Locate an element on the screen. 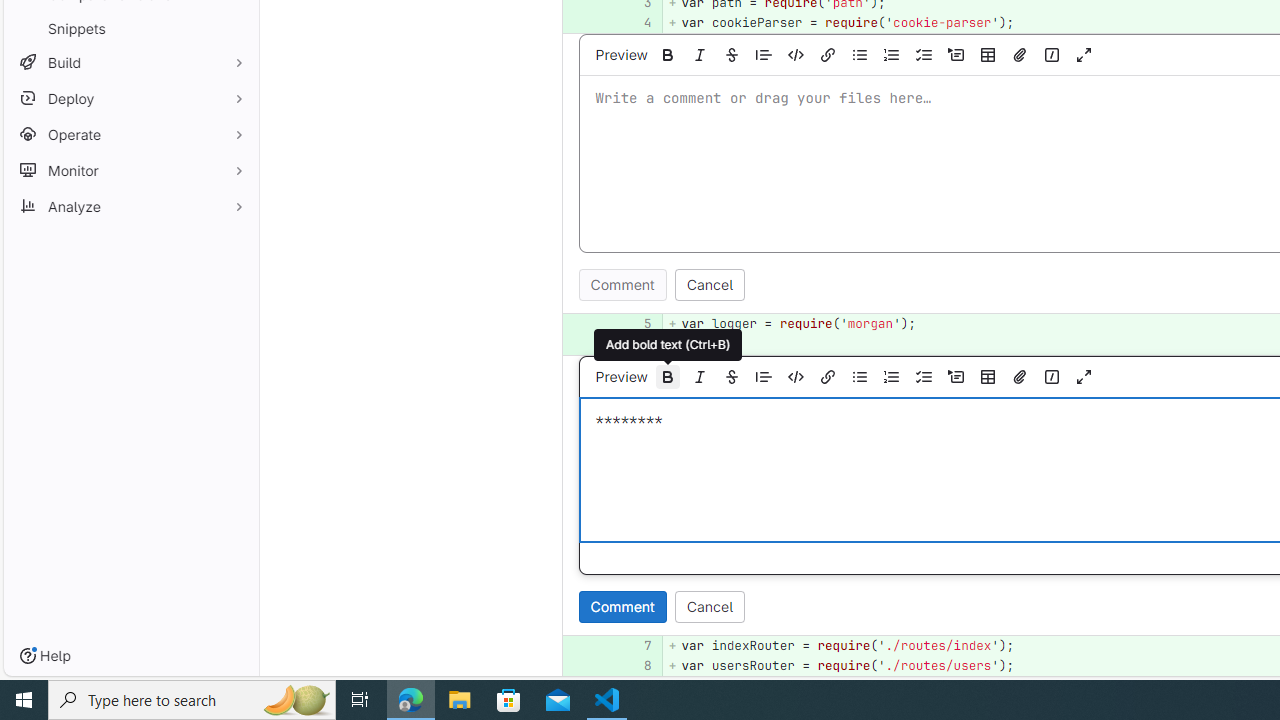  'Build' is located at coordinates (130, 61).